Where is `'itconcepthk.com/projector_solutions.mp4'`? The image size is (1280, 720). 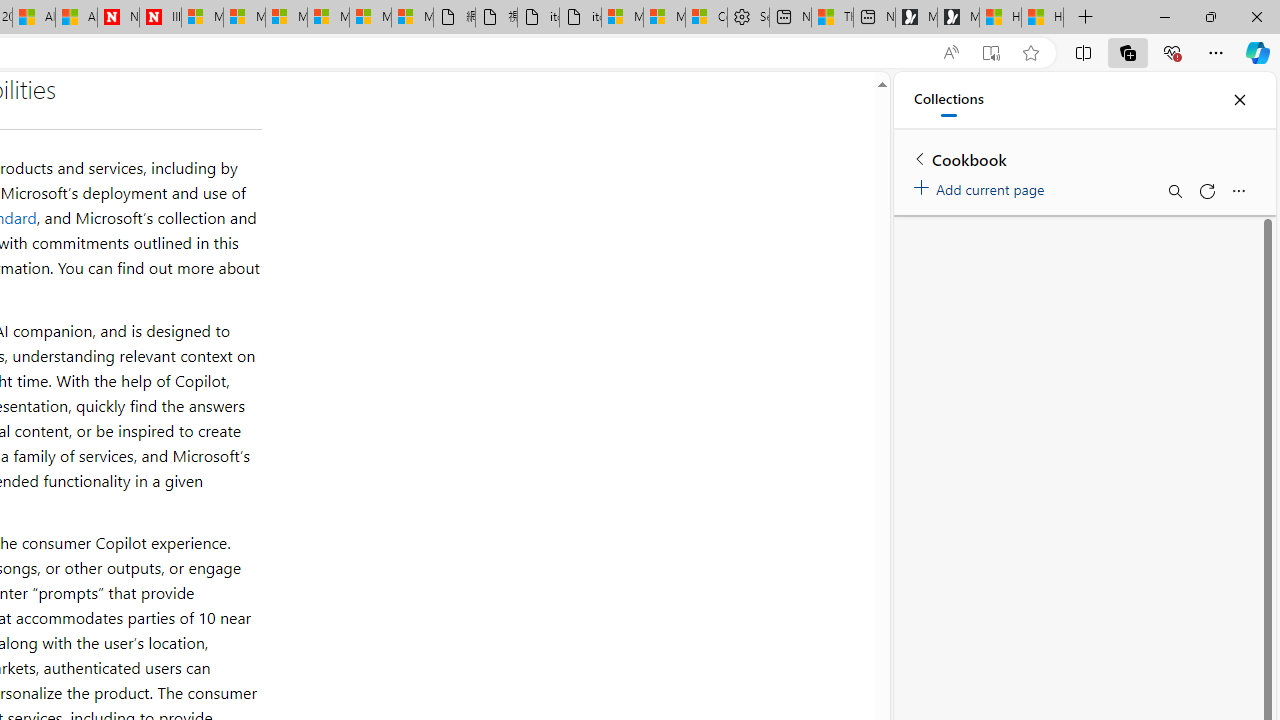
'itconcepthk.com/projector_solutions.mp4' is located at coordinates (579, 17).